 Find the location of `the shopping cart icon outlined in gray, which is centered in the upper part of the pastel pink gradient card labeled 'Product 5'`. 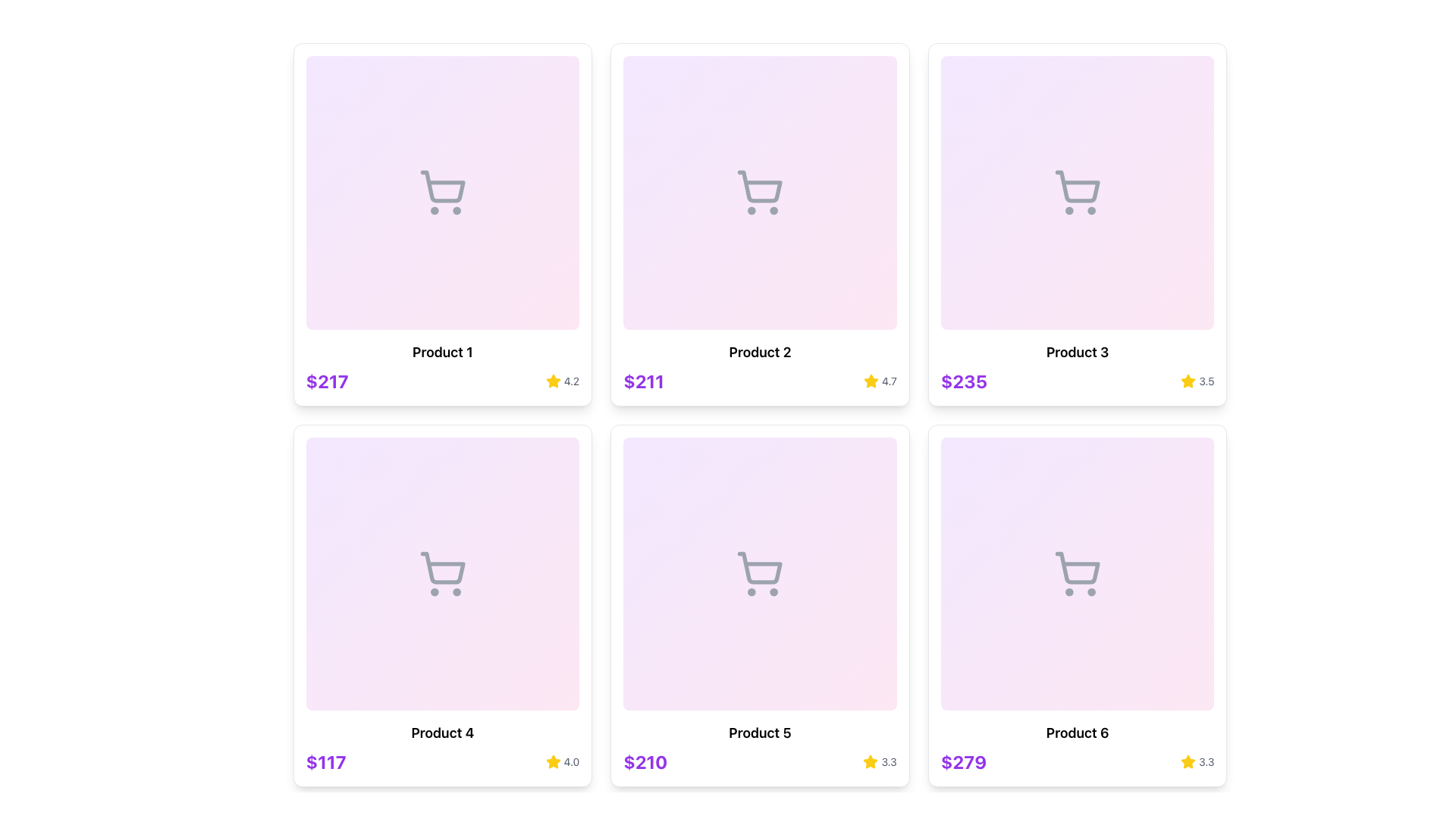

the shopping cart icon outlined in gray, which is centered in the upper part of the pastel pink gradient card labeled 'Product 5' is located at coordinates (760, 573).